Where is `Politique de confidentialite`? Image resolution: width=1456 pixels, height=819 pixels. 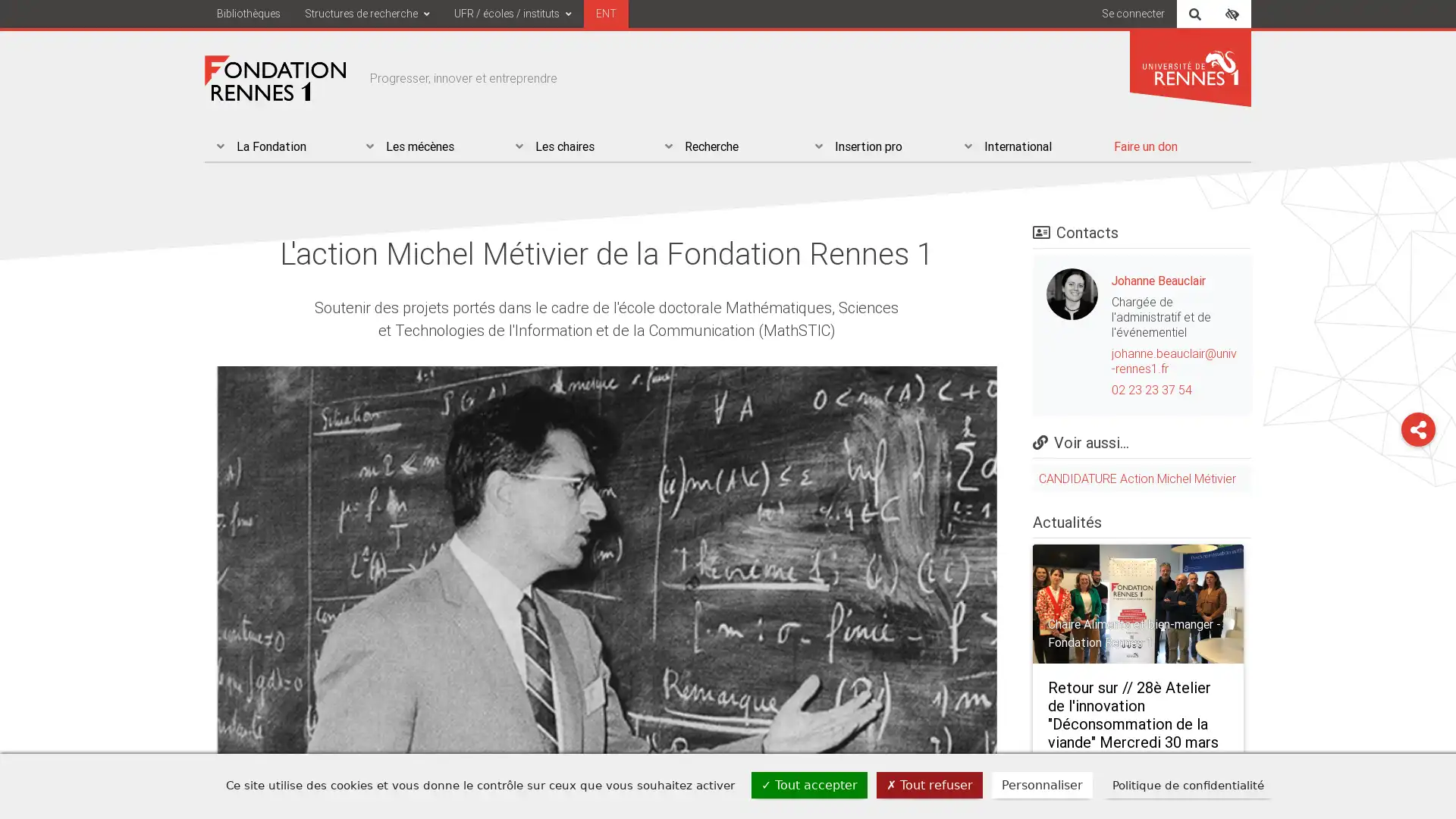
Politique de confidentialite is located at coordinates (1187, 784).